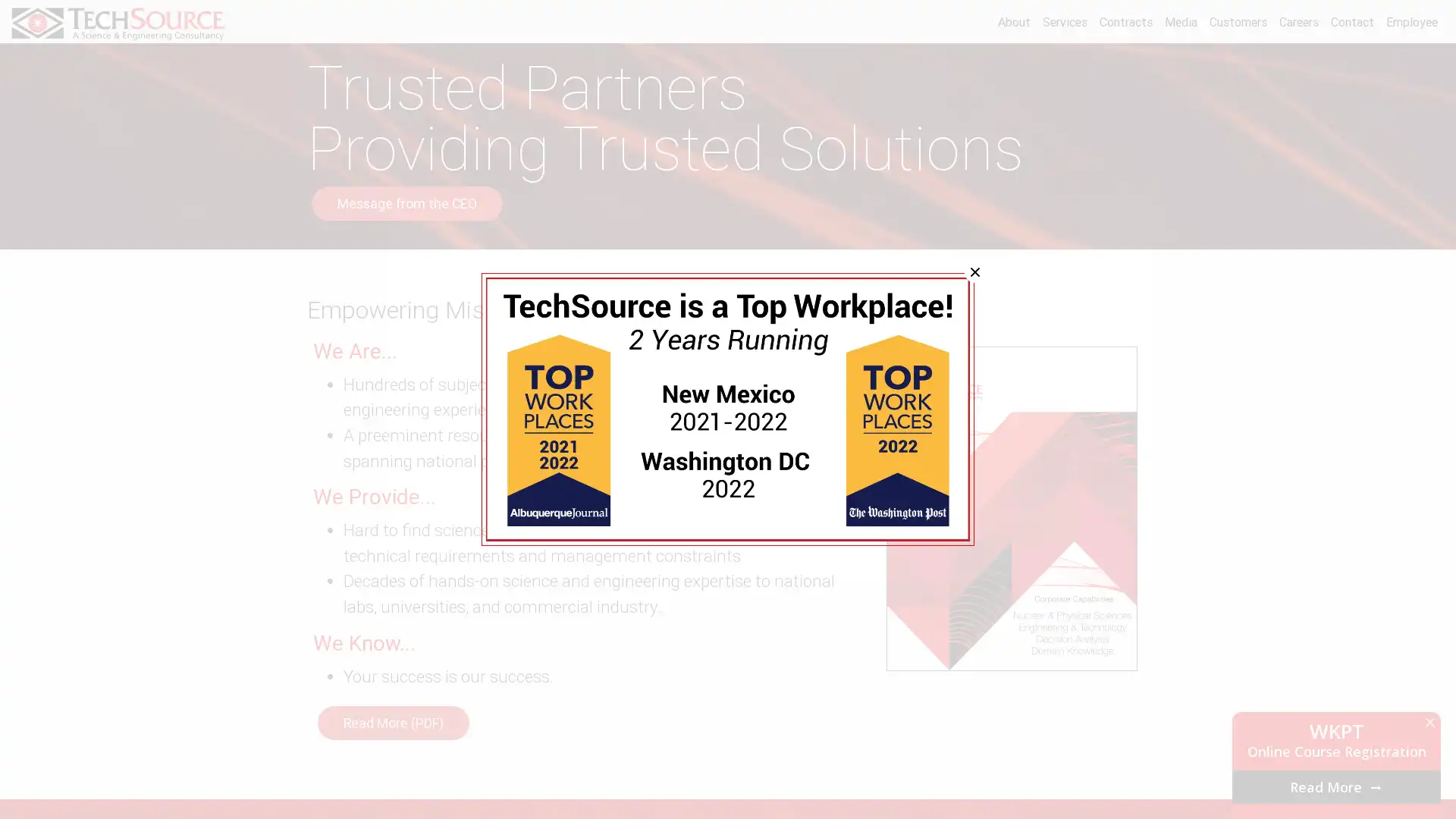 This screenshot has width=1456, height=819. What do you see at coordinates (975, 271) in the screenshot?
I see `Close` at bounding box center [975, 271].